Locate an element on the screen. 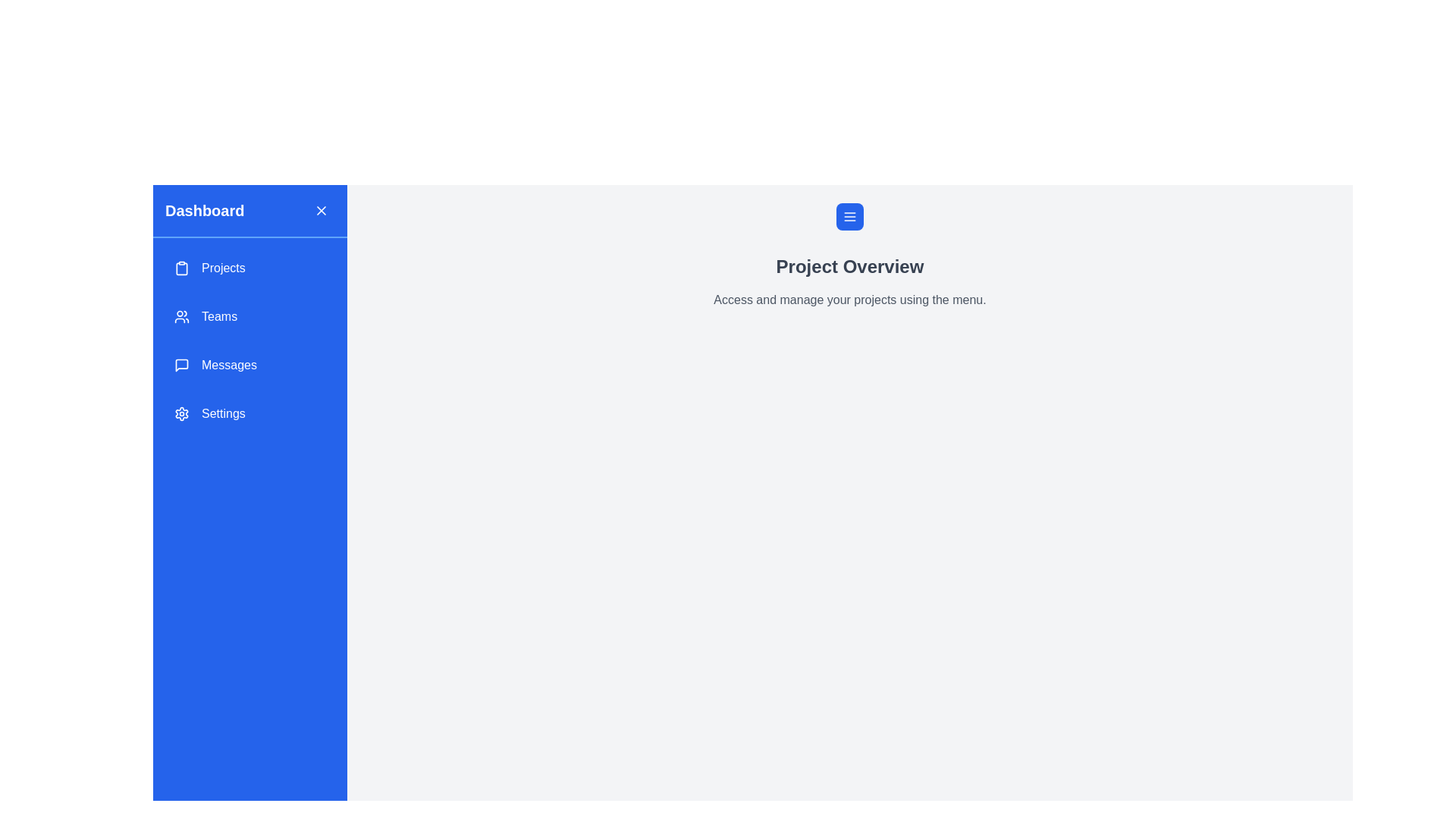  the close button SVG element located in the top-left navigation pane, which is situated to the right of the 'Dashboard' label is located at coordinates (320, 210).